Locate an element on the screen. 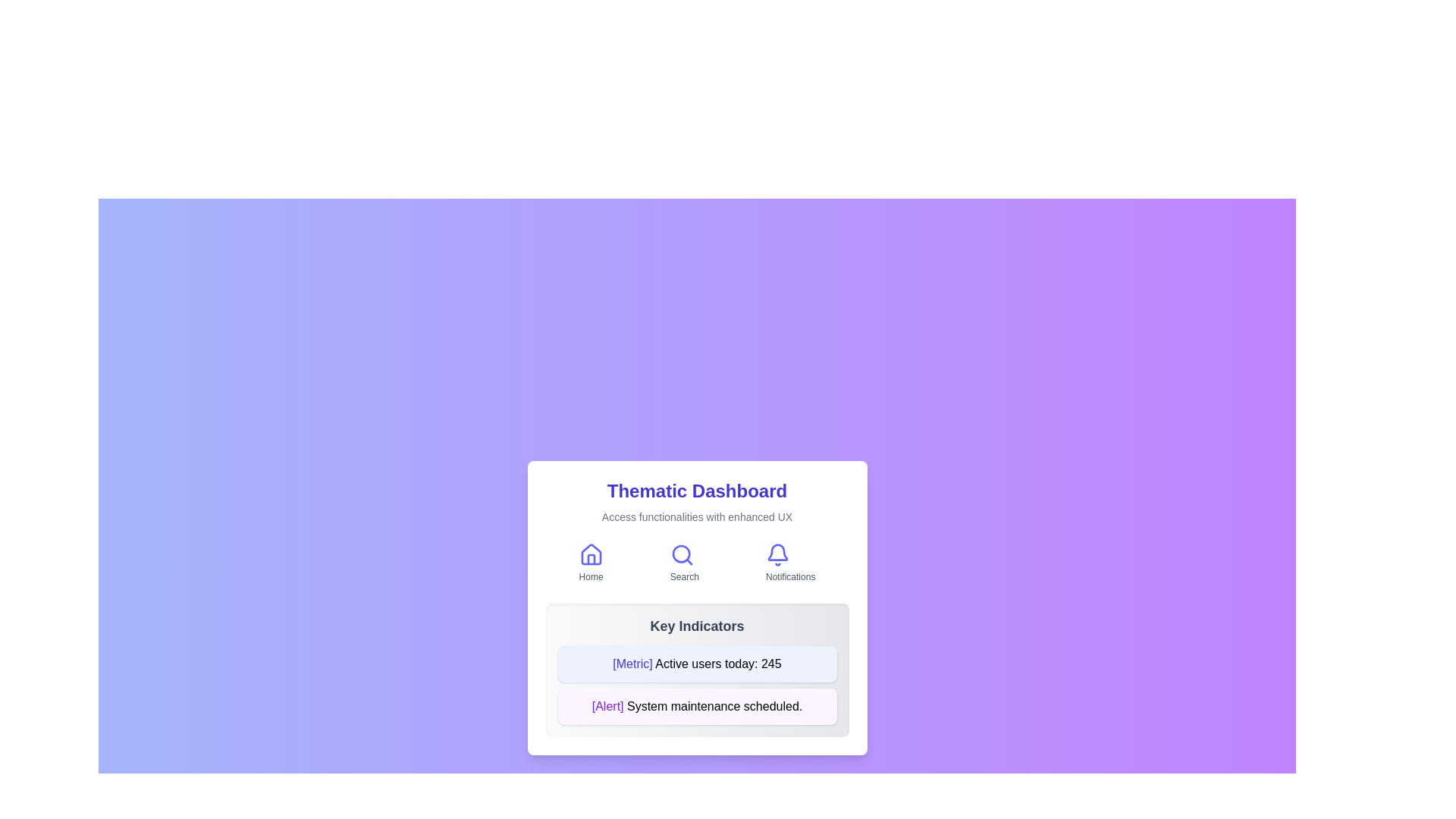 Image resolution: width=1456 pixels, height=819 pixels. the 'Search' icon located in the middle of a horizontal group of three icons to initiate the search functionality is located at coordinates (681, 555).